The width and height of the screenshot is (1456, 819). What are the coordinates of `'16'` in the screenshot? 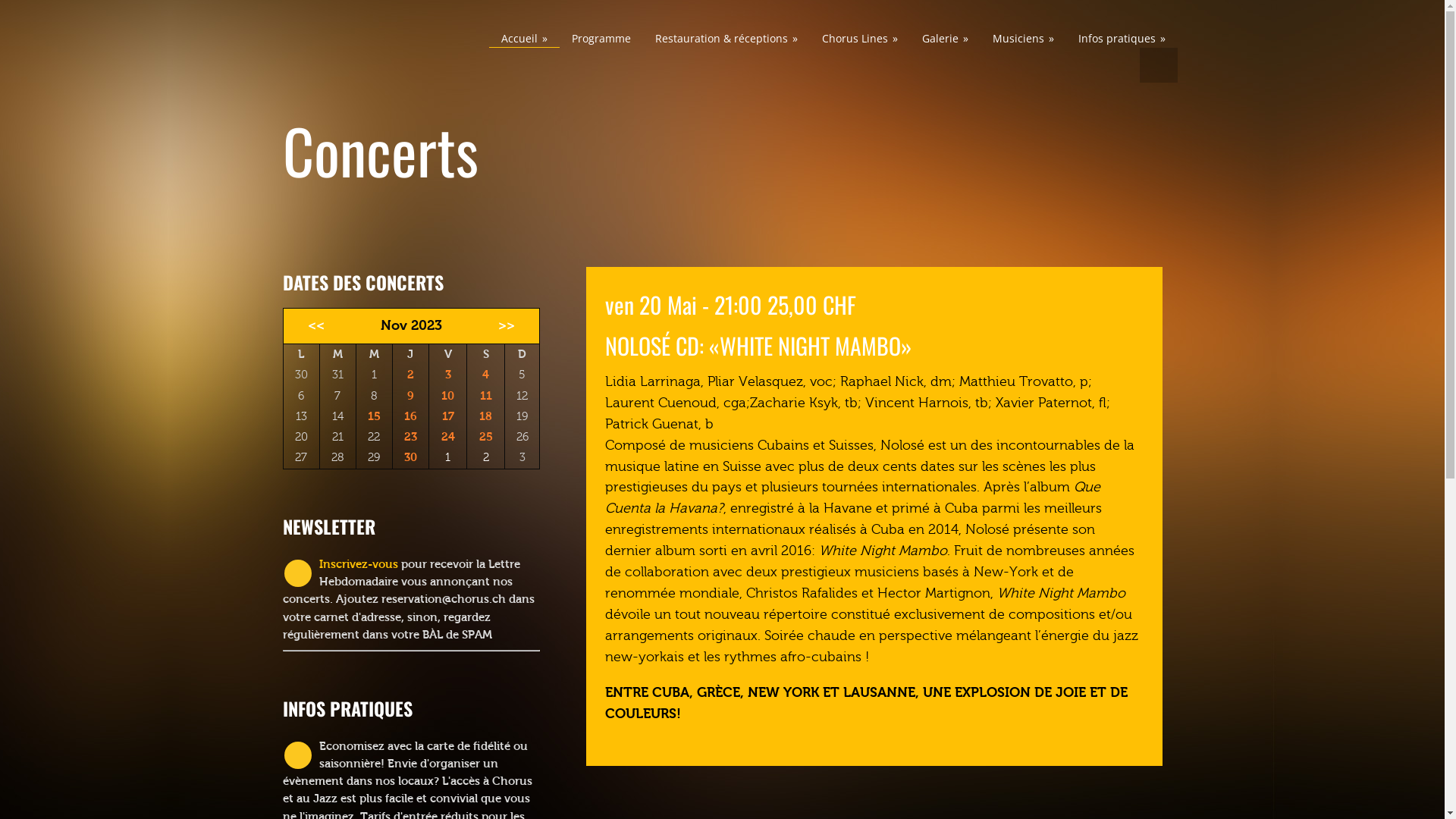 It's located at (410, 416).